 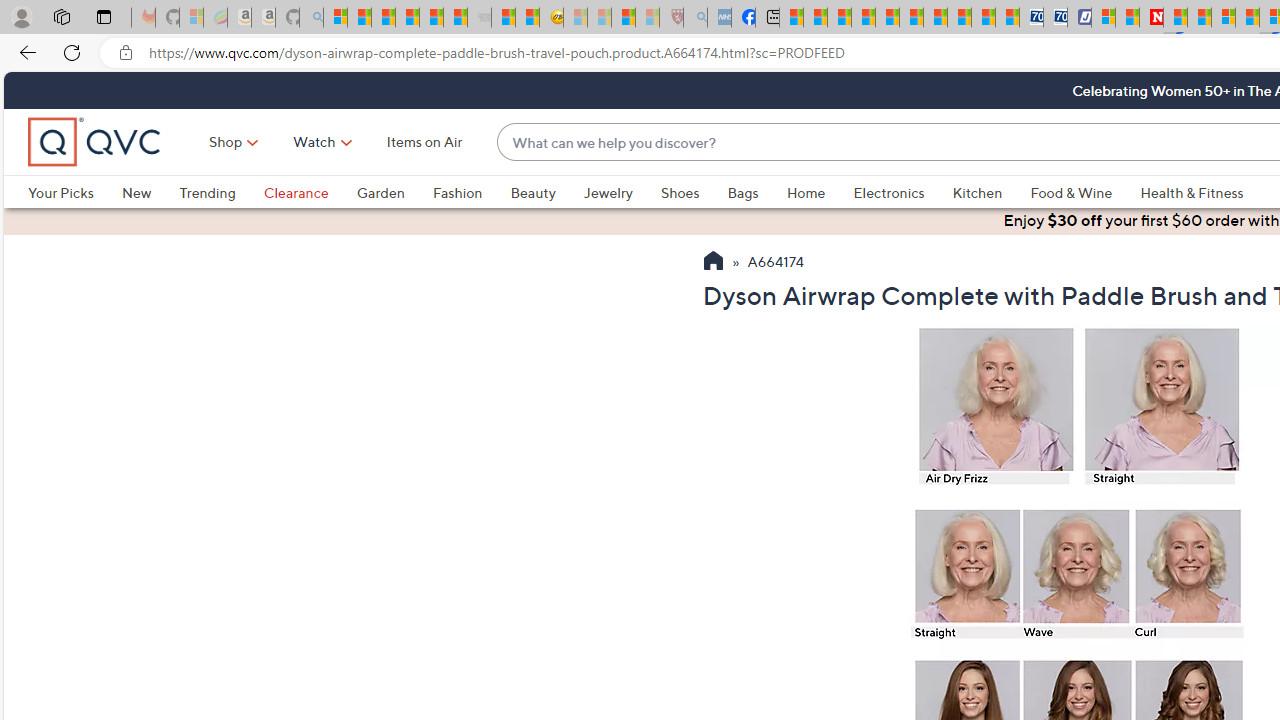 I want to click on 'Shoes', so click(x=694, y=192).